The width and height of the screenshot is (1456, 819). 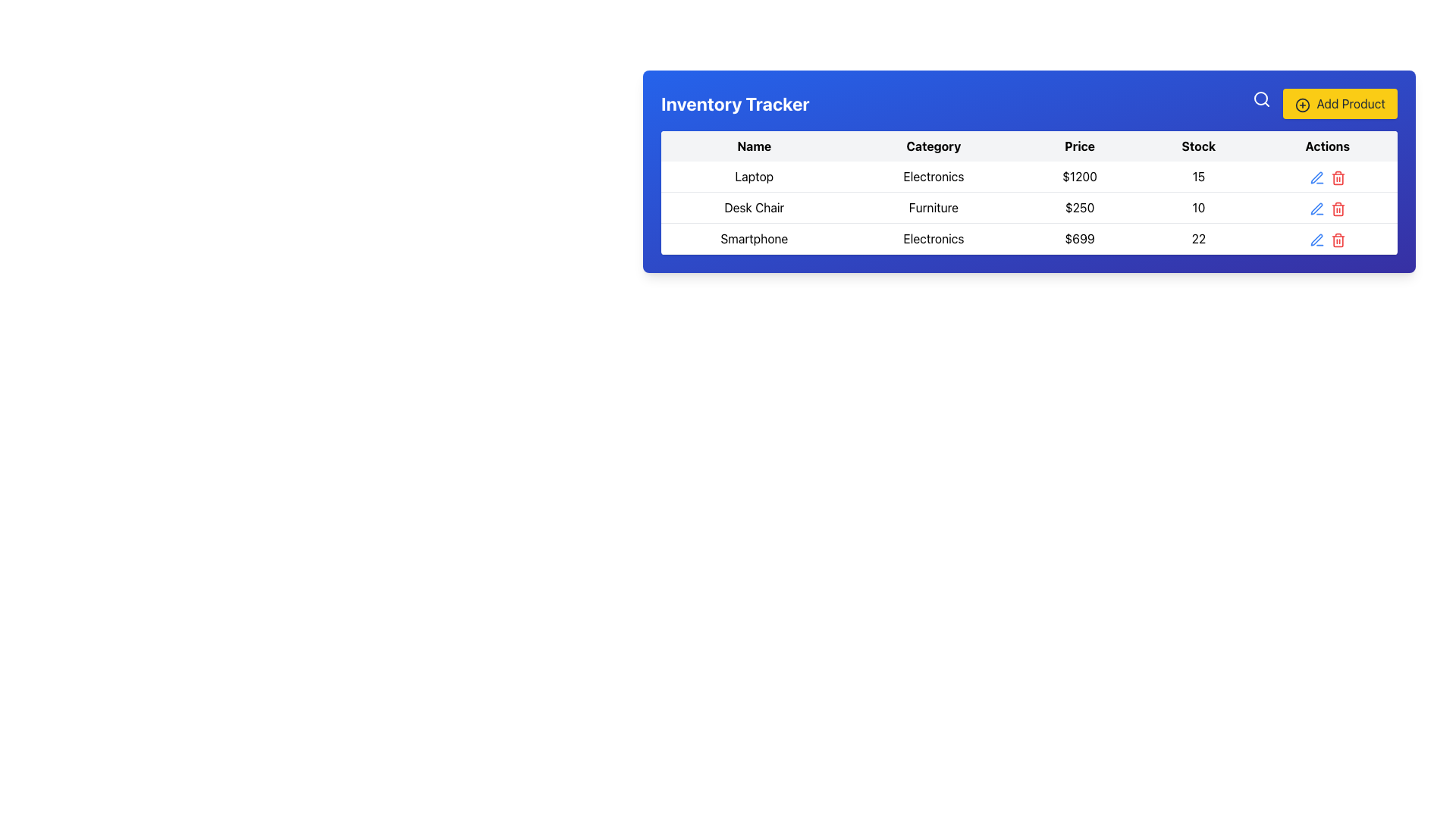 I want to click on the circular decorative outline surrounding the '+' symbol on the yellow 'Add Product' button located at the top-right area of the interface, so click(x=1302, y=104).